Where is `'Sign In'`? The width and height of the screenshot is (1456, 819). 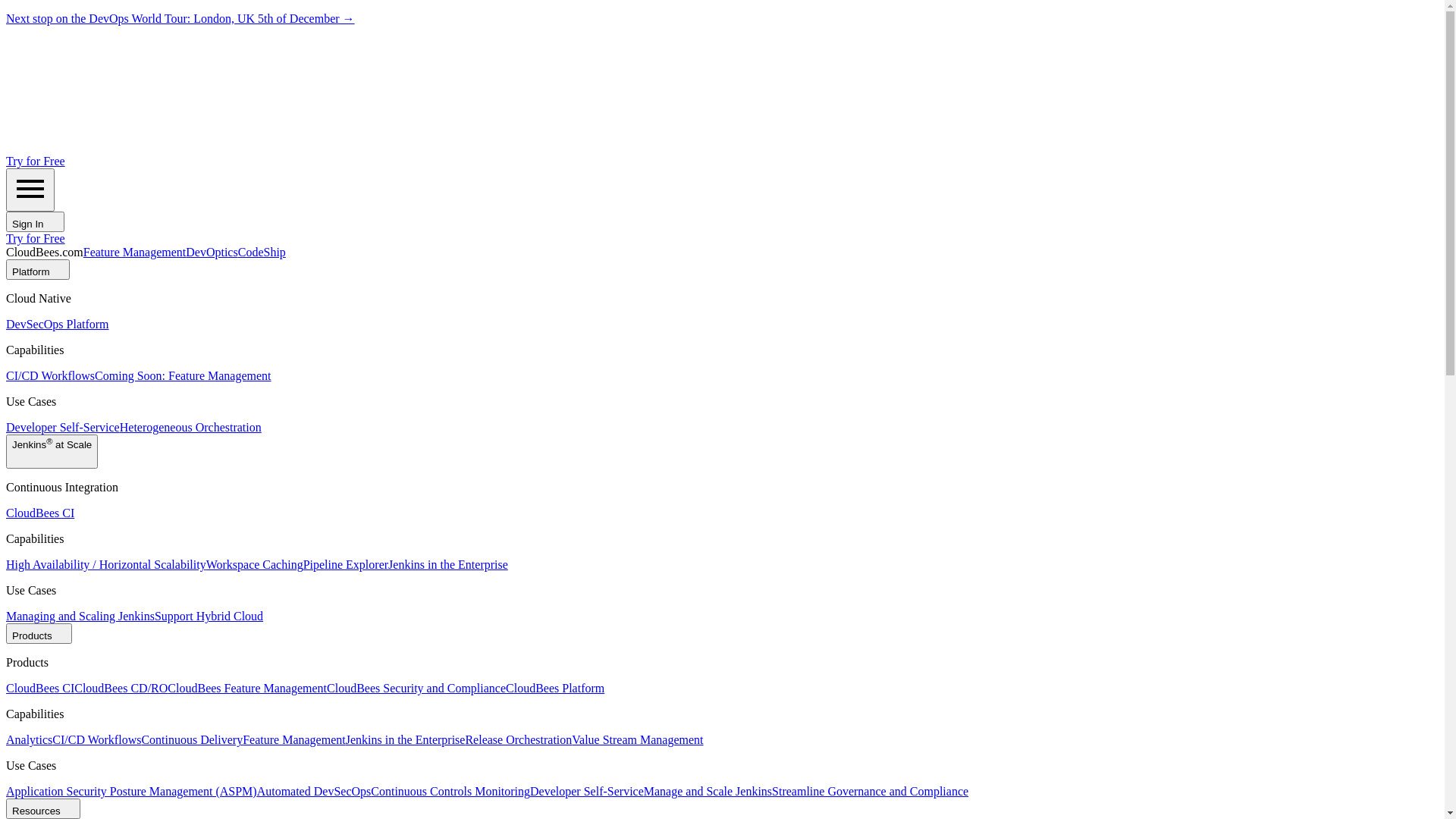
'Sign In' is located at coordinates (6, 221).